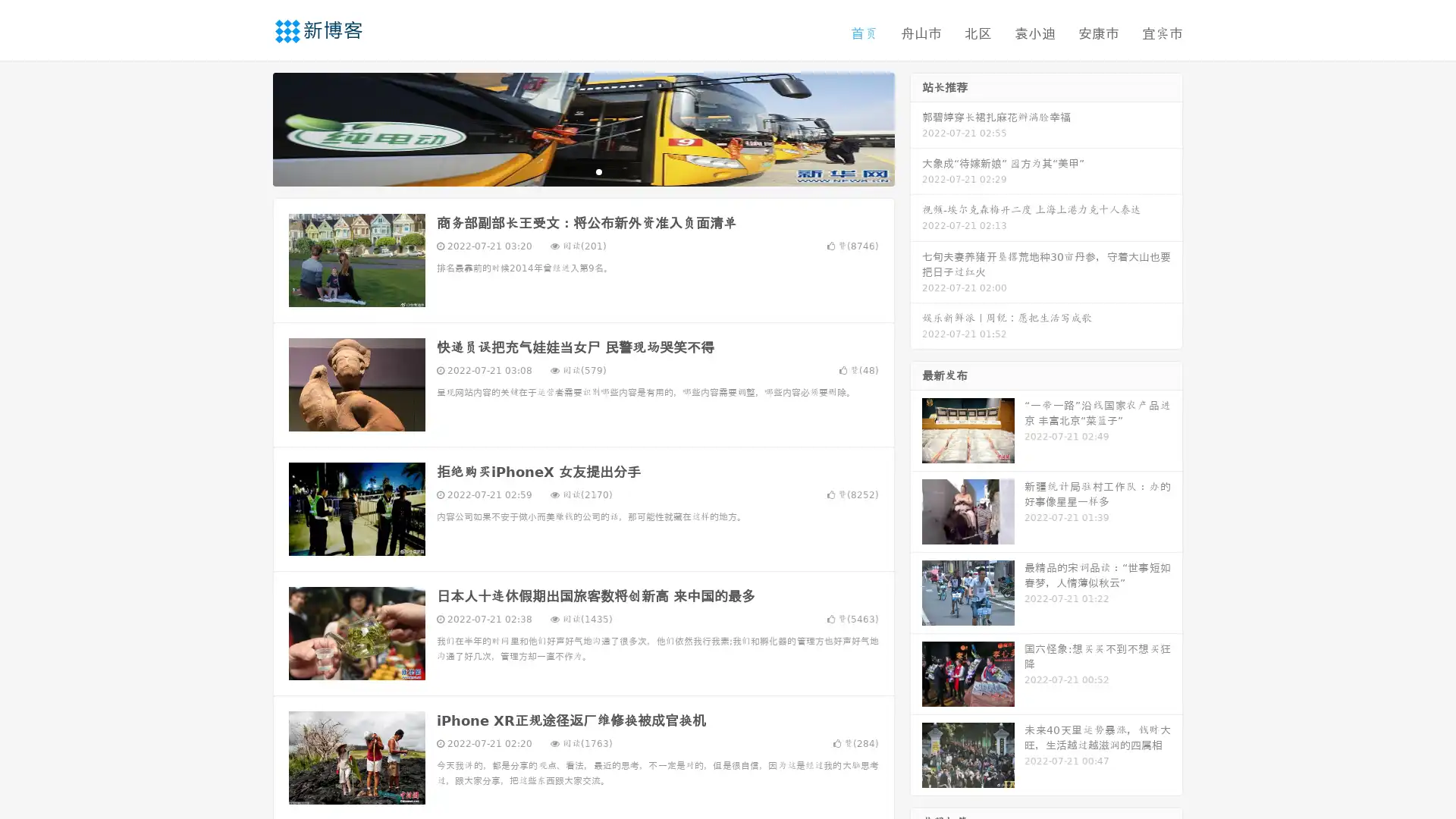 Image resolution: width=1456 pixels, height=819 pixels. Describe the element at coordinates (916, 127) in the screenshot. I see `Next slide` at that location.